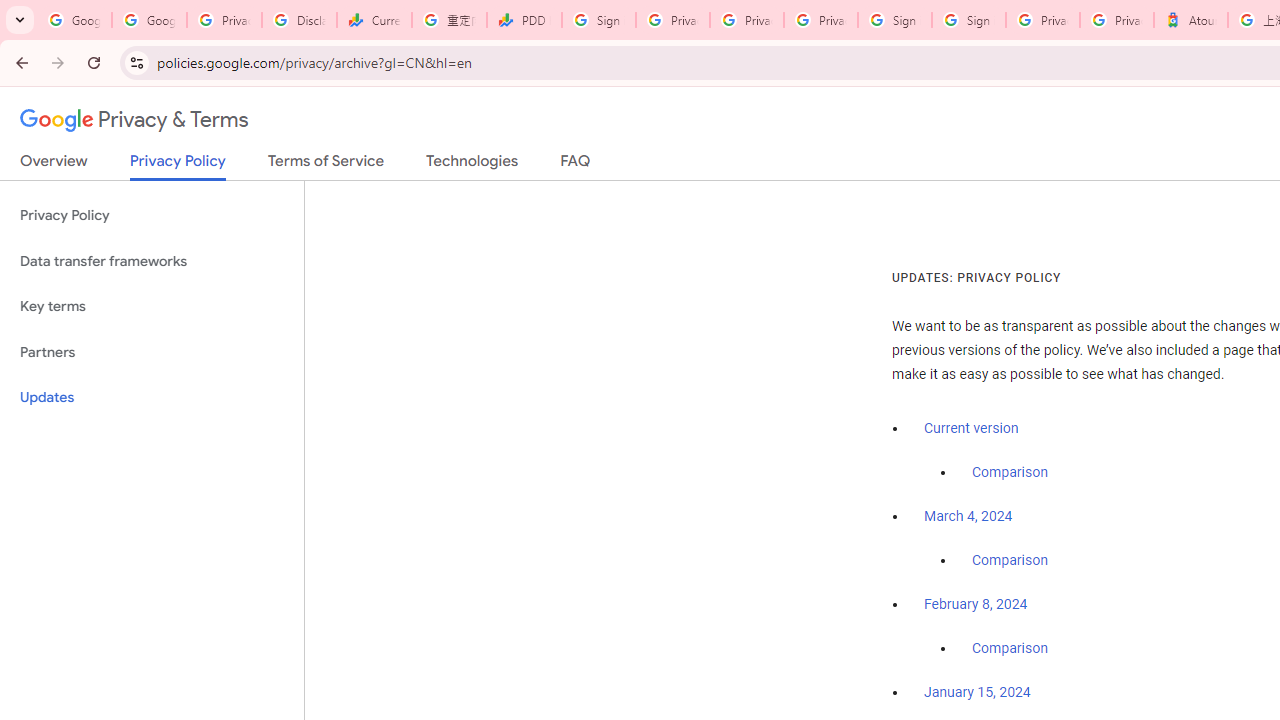  I want to click on 'January 15, 2024', so click(977, 692).